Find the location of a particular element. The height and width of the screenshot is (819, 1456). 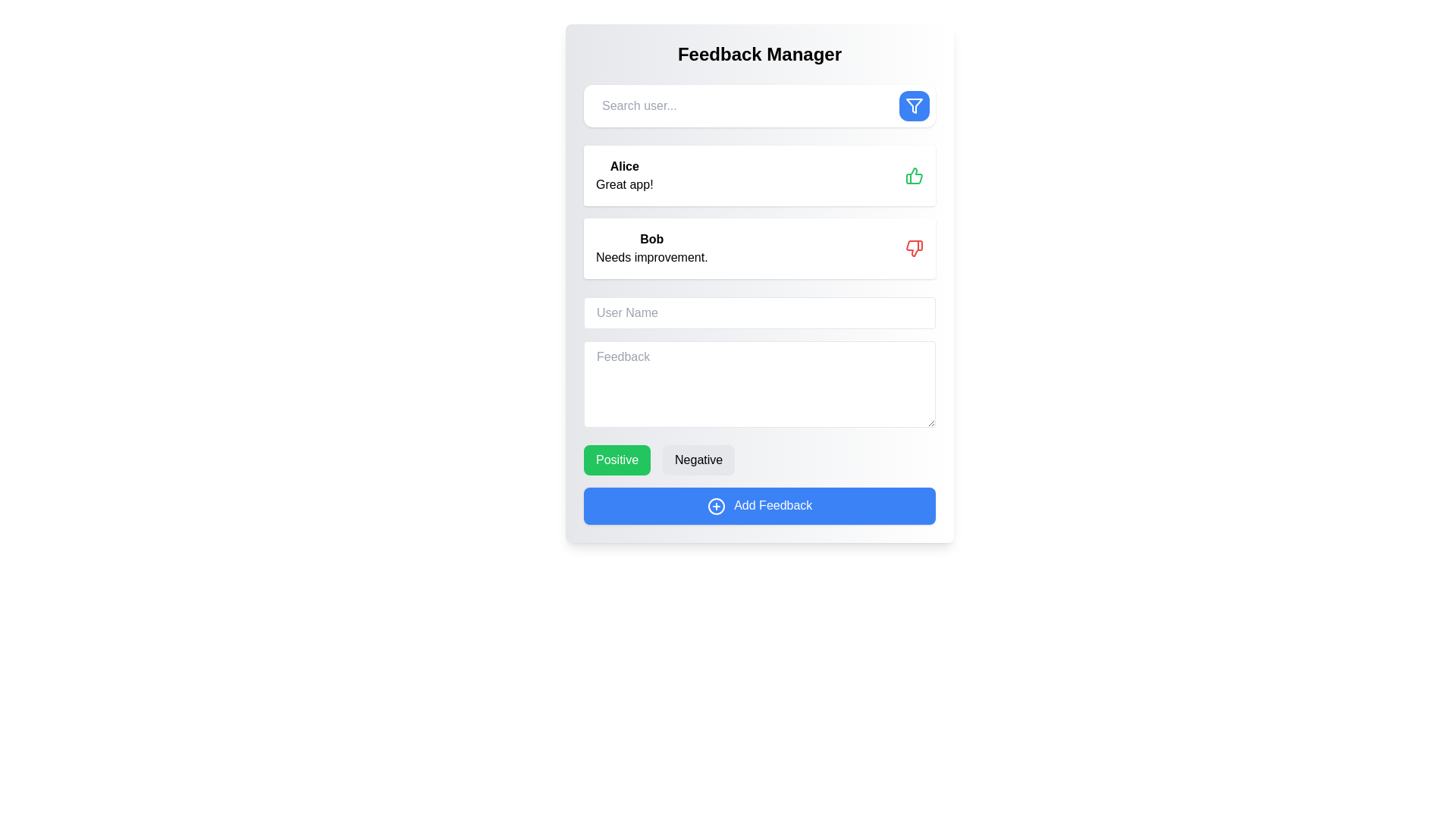

the 'Positive' button, which is a rectangular button with a vibrant green background and white bold text is located at coordinates (617, 459).